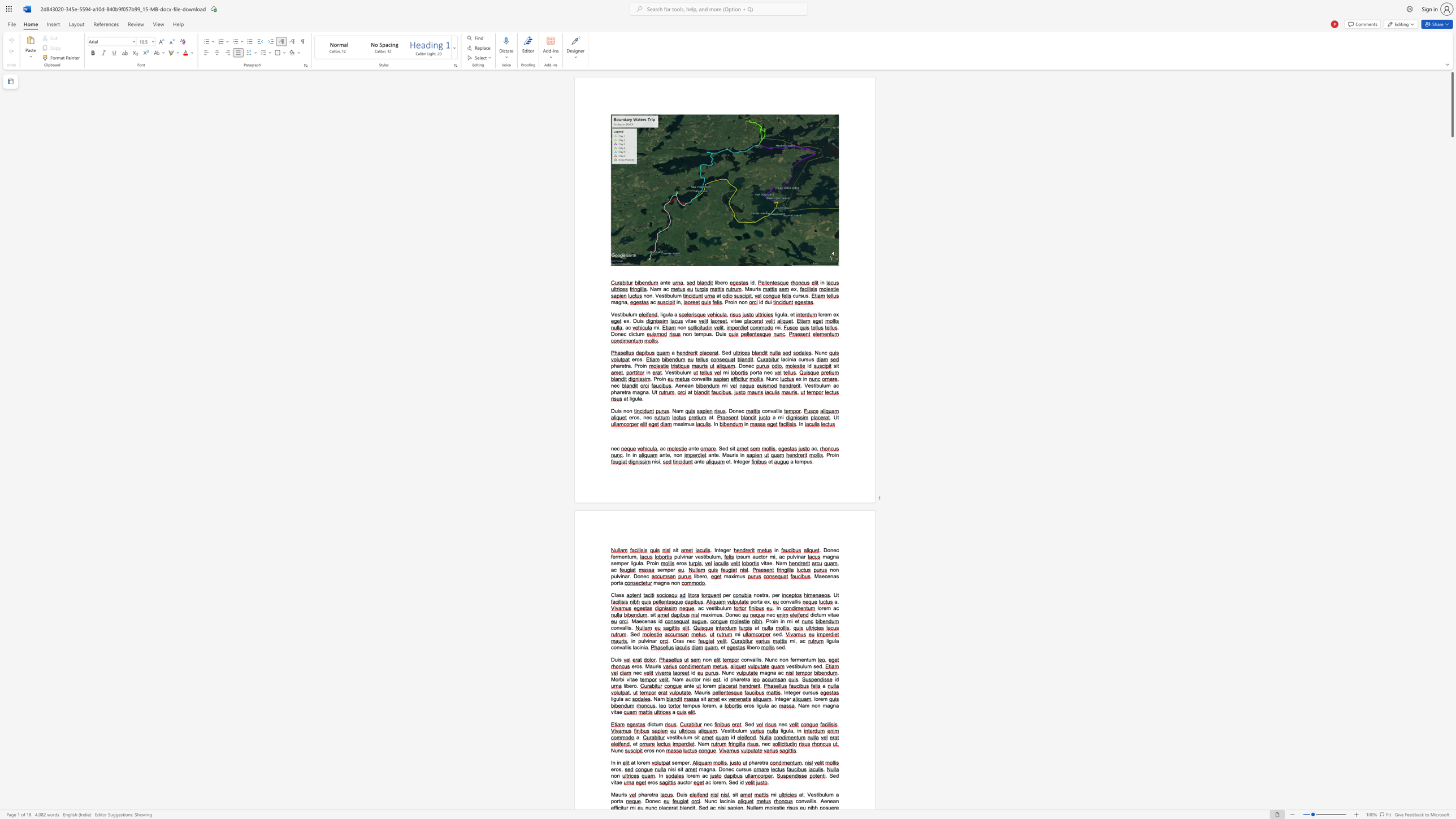 The image size is (1456, 819). Describe the element at coordinates (681, 372) in the screenshot. I see `the 1th character "u" in the text` at that location.